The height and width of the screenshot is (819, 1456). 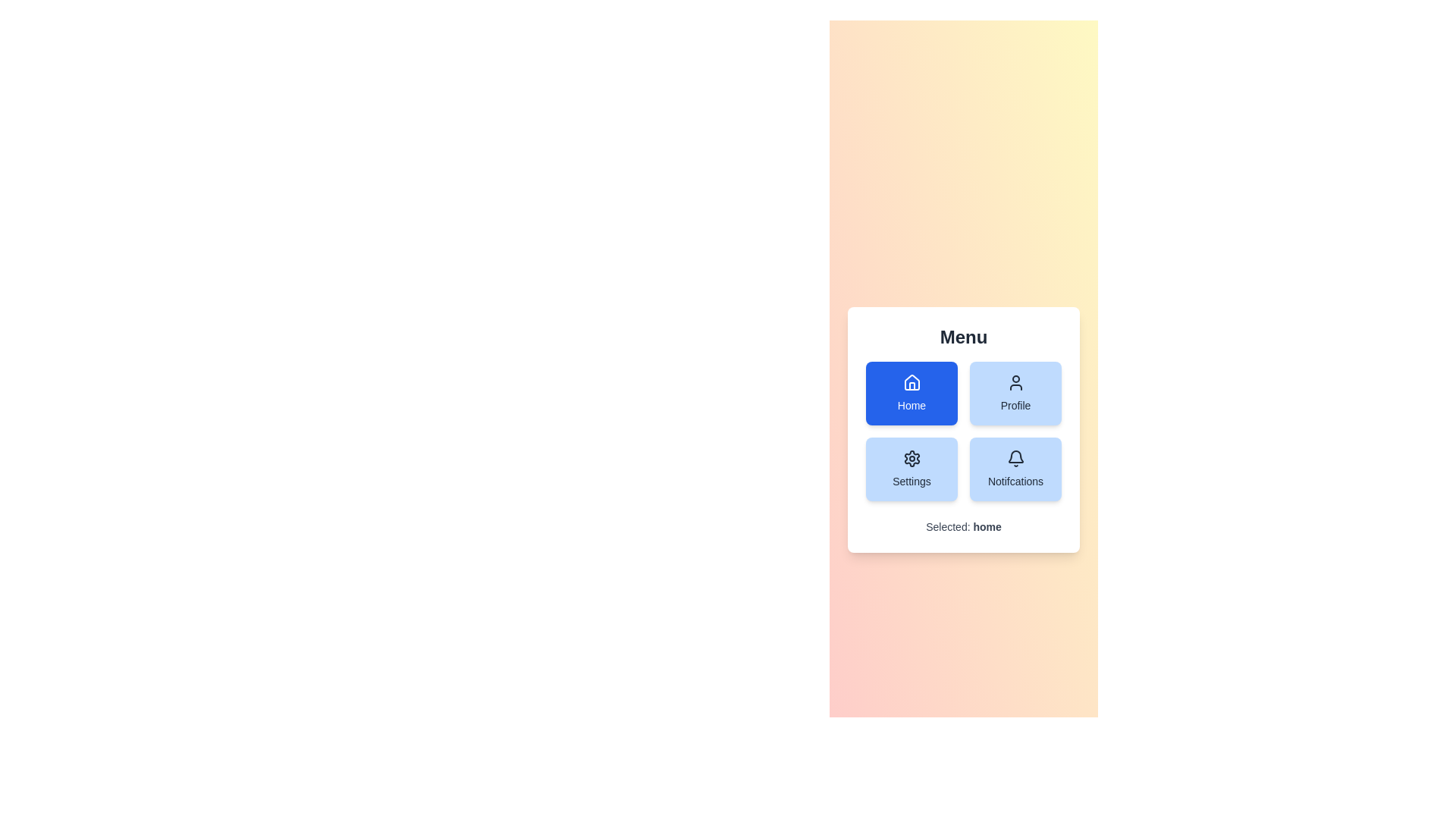 I want to click on the button labeled Settings to observe visual feedback, so click(x=911, y=468).